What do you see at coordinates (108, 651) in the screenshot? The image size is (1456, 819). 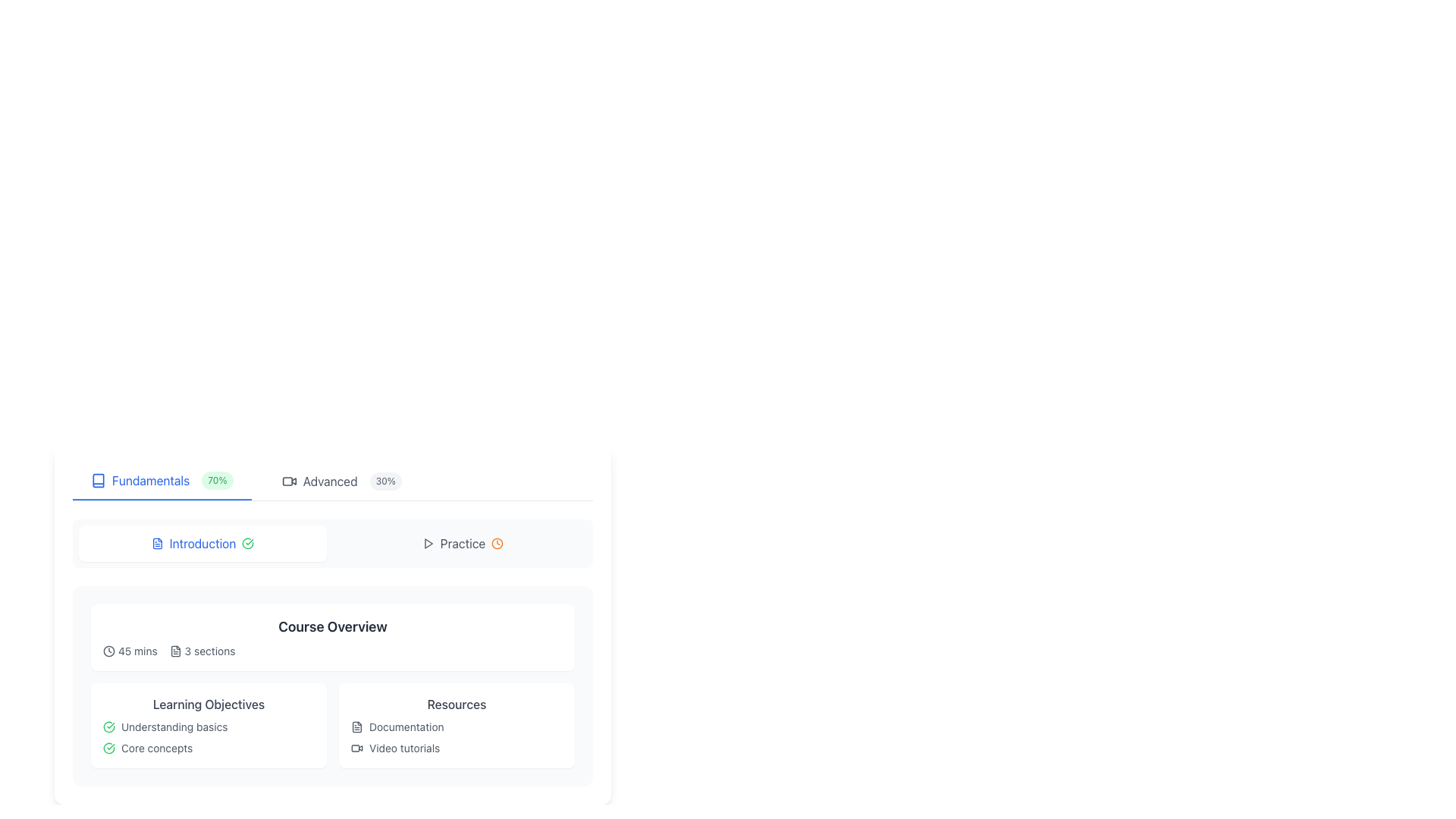 I see `the clock icon, which is visually represented as a circular outline with hands indicating time, located to the left of the text '45 mins'` at bounding box center [108, 651].